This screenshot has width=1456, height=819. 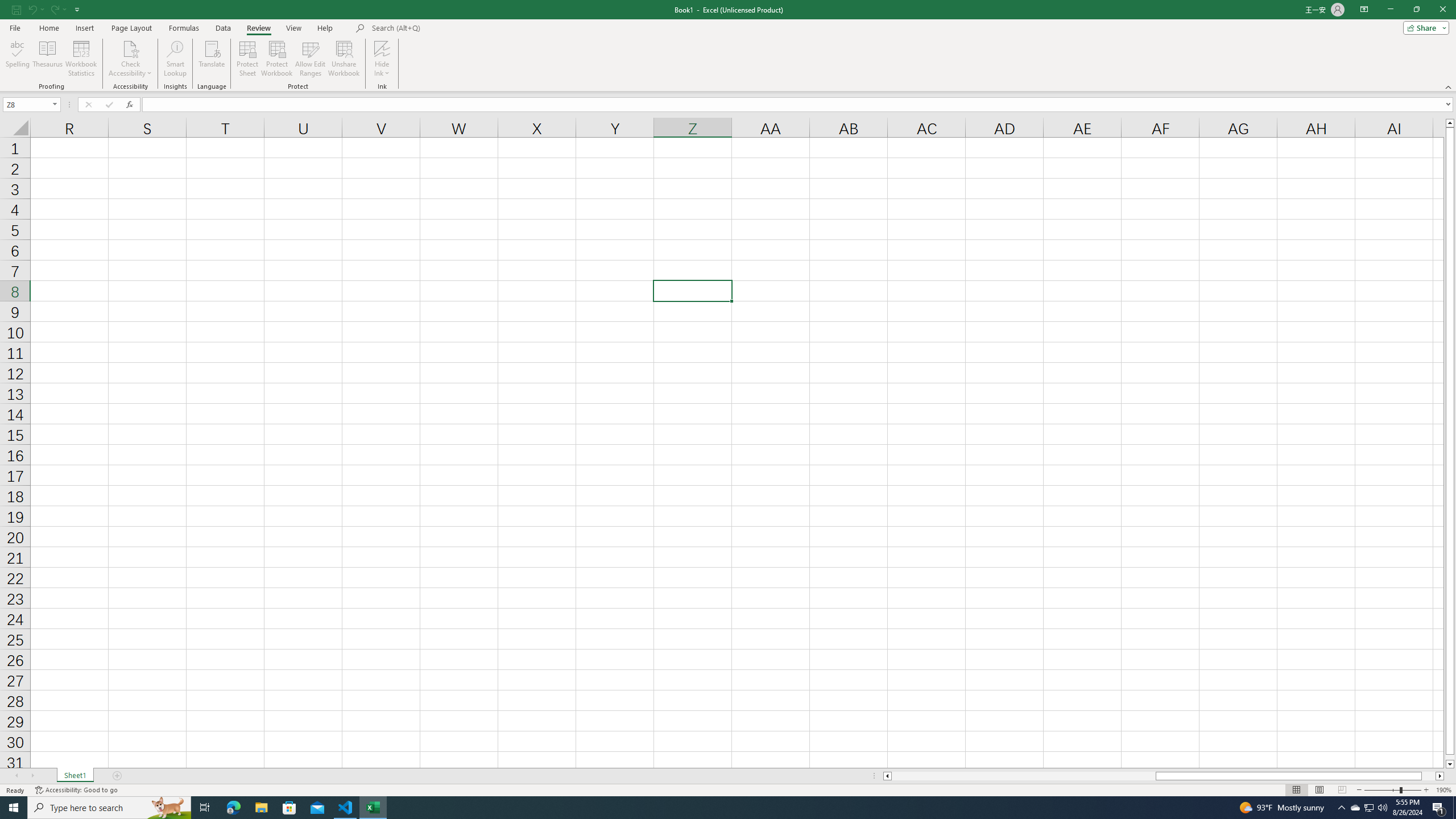 I want to click on 'Smart Lookup', so click(x=175, y=59).